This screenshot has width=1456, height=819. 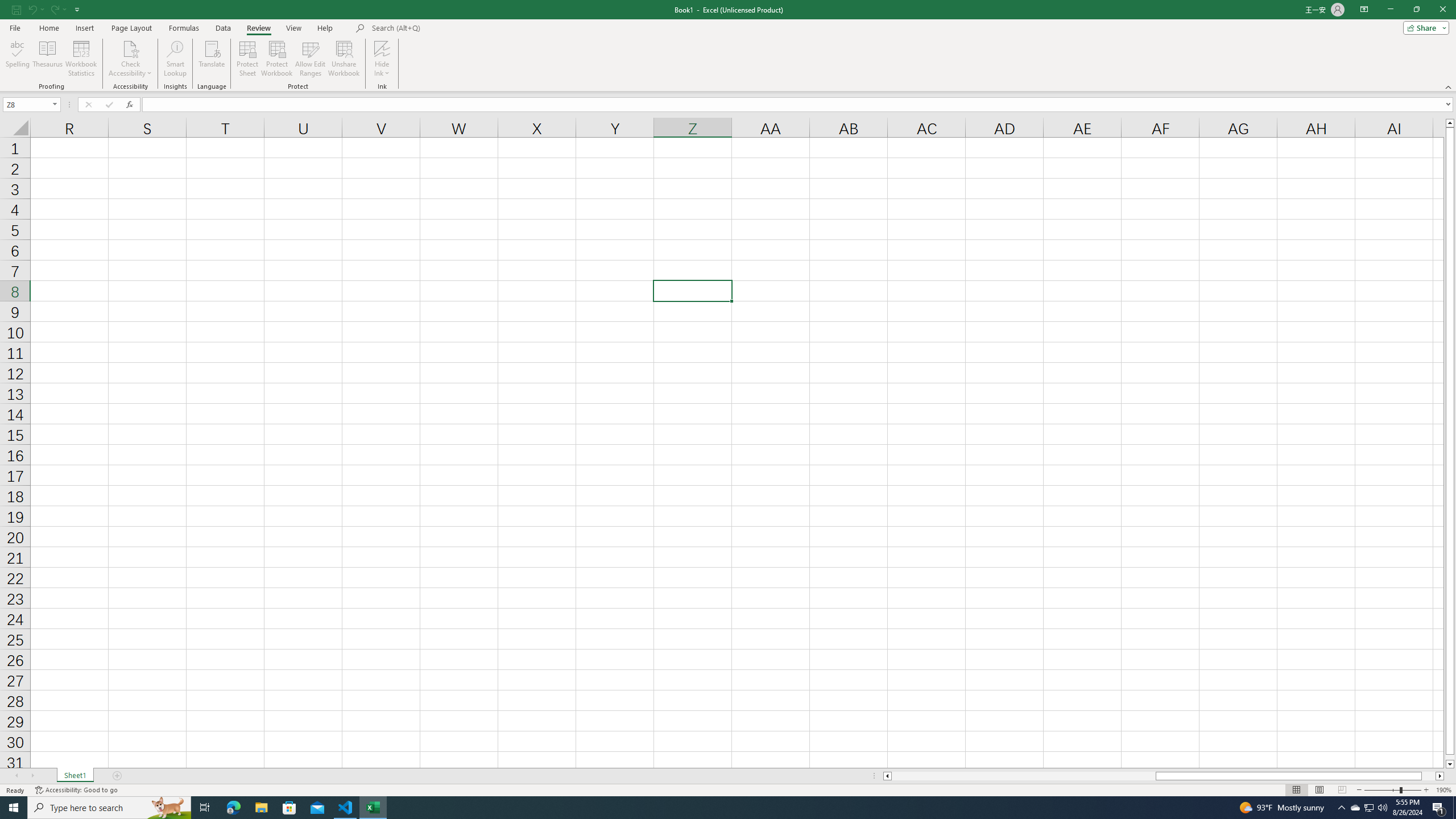 I want to click on 'Smart Lookup', so click(x=175, y=59).